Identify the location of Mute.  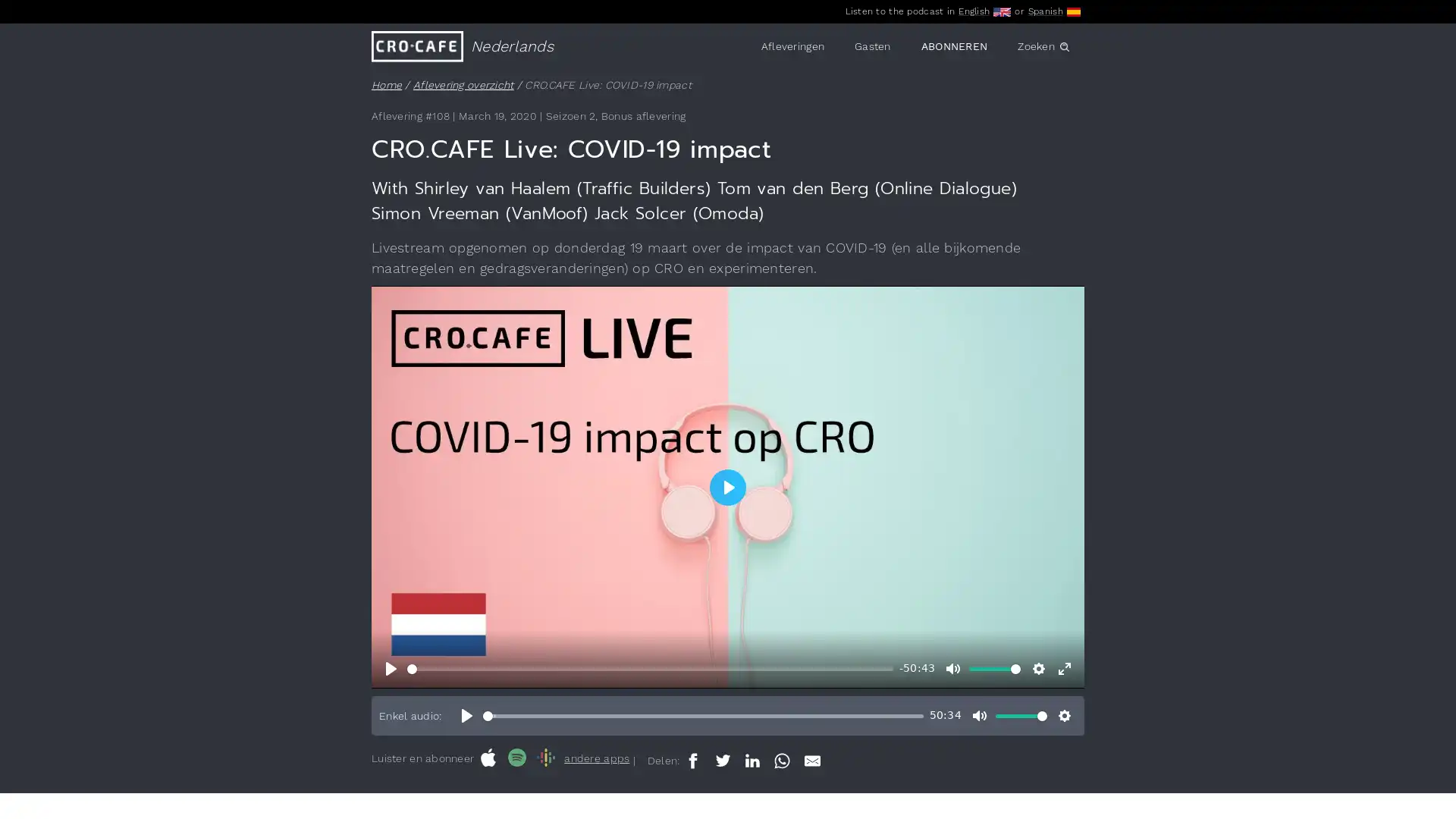
(979, 716).